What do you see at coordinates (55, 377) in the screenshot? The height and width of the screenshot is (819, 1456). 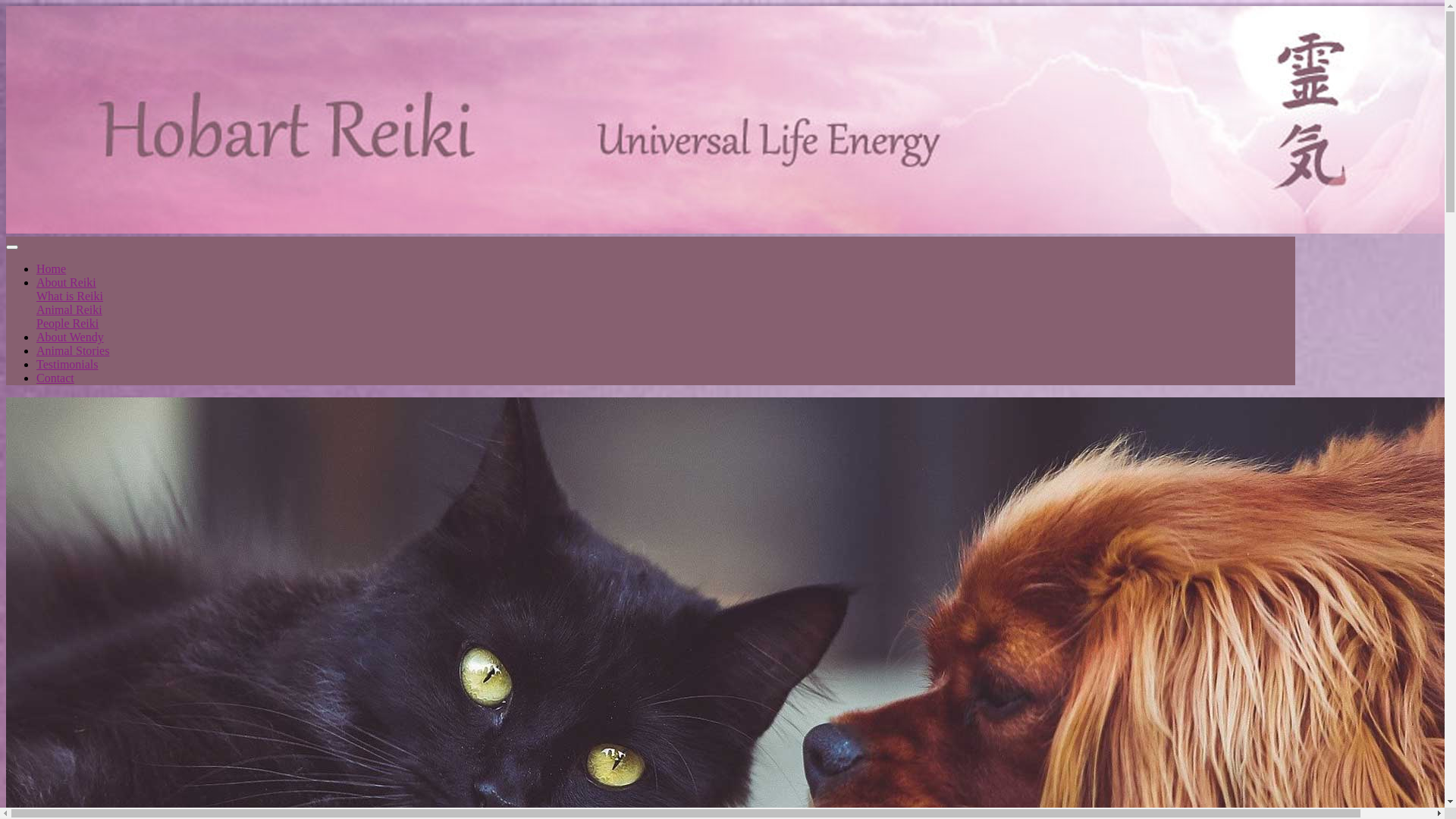 I see `'Contact'` at bounding box center [55, 377].